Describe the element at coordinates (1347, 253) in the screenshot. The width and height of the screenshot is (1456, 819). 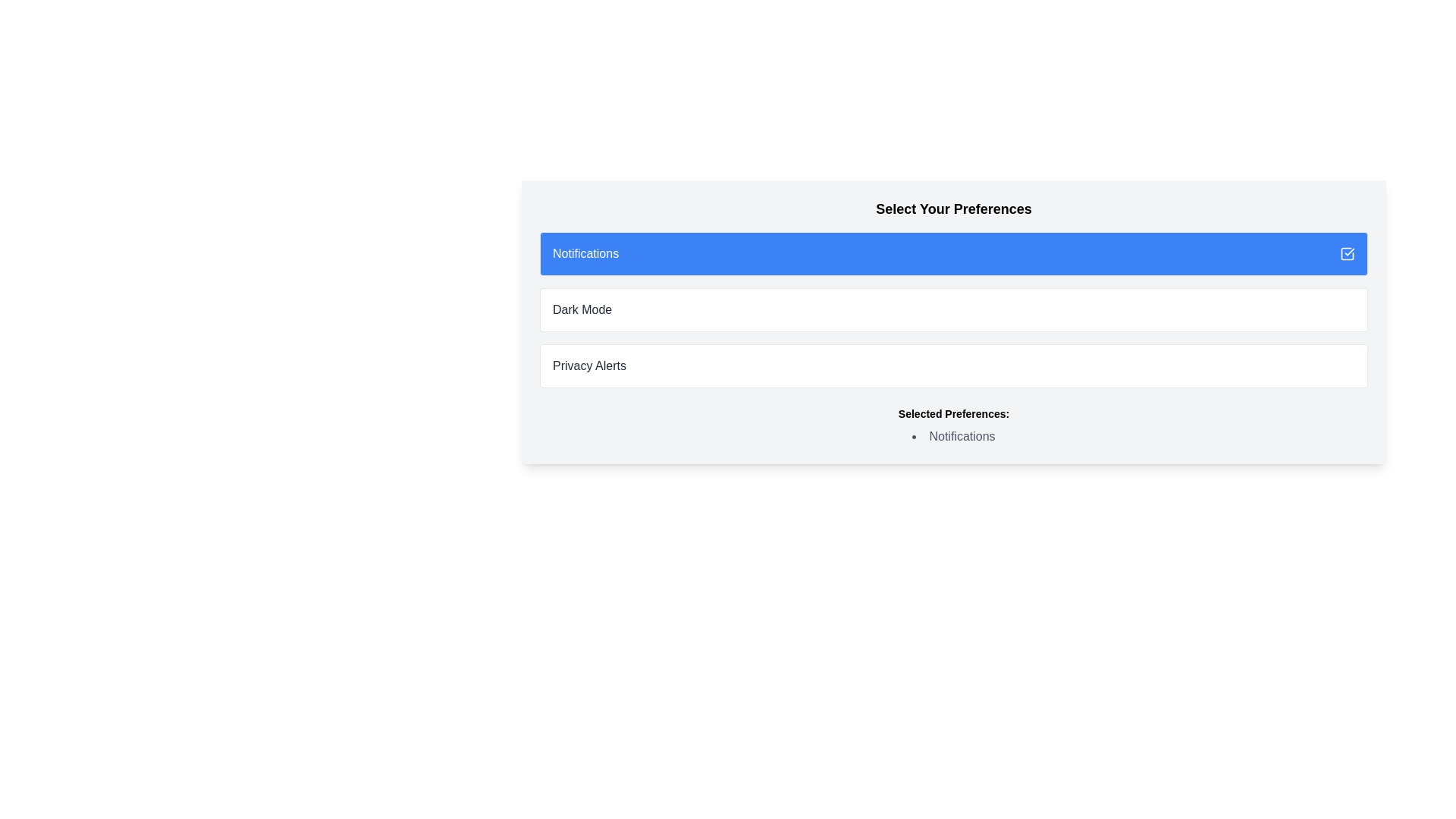
I see `the Icon with a checkmark located in the top-right corner of the blue rectangular box labeled 'Notifications' to indicate a selection or action confirmation` at that location.